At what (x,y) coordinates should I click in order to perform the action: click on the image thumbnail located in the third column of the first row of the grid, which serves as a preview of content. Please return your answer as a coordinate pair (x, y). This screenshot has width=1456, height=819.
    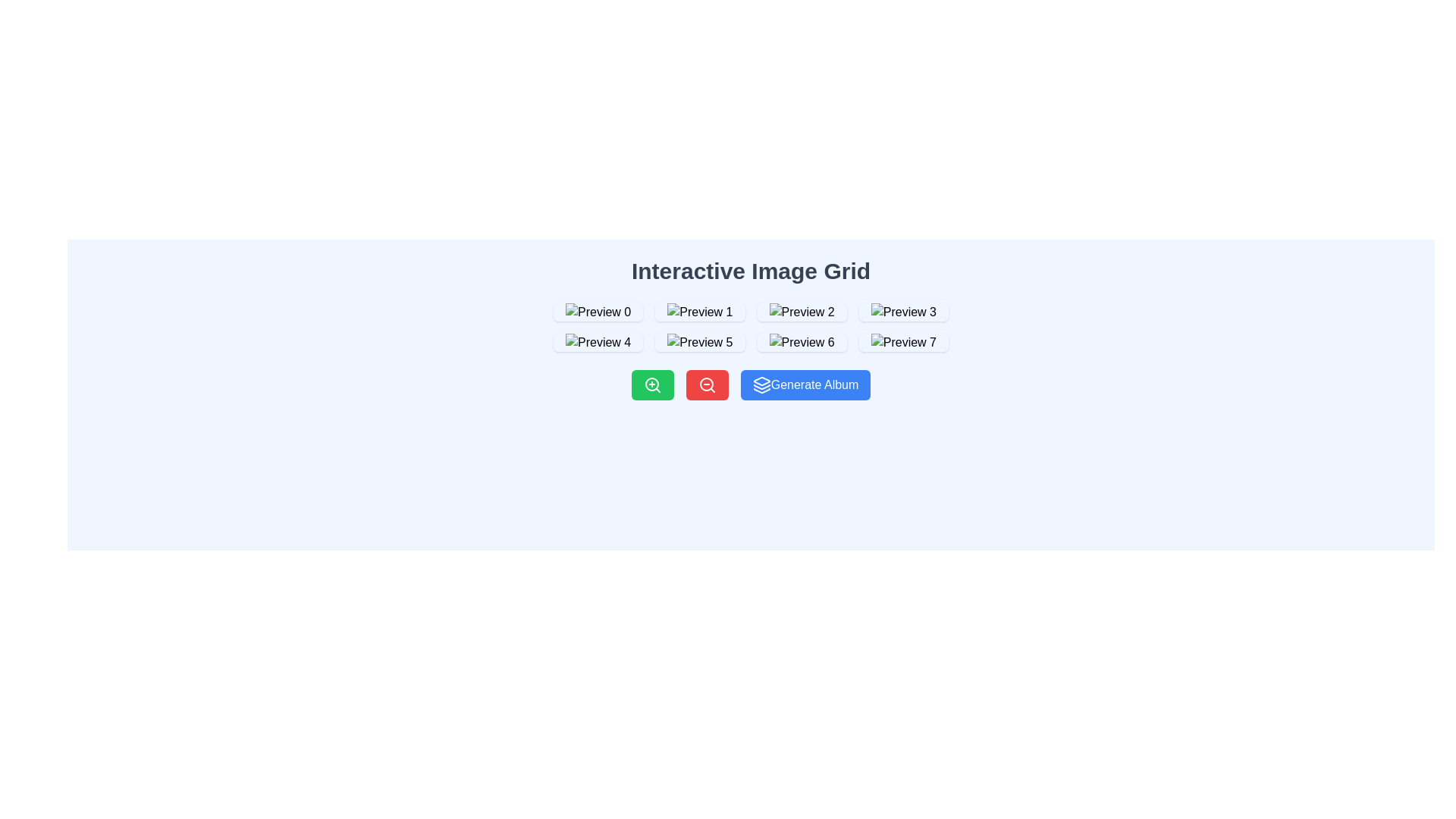
    Looking at the image, I should click on (801, 312).